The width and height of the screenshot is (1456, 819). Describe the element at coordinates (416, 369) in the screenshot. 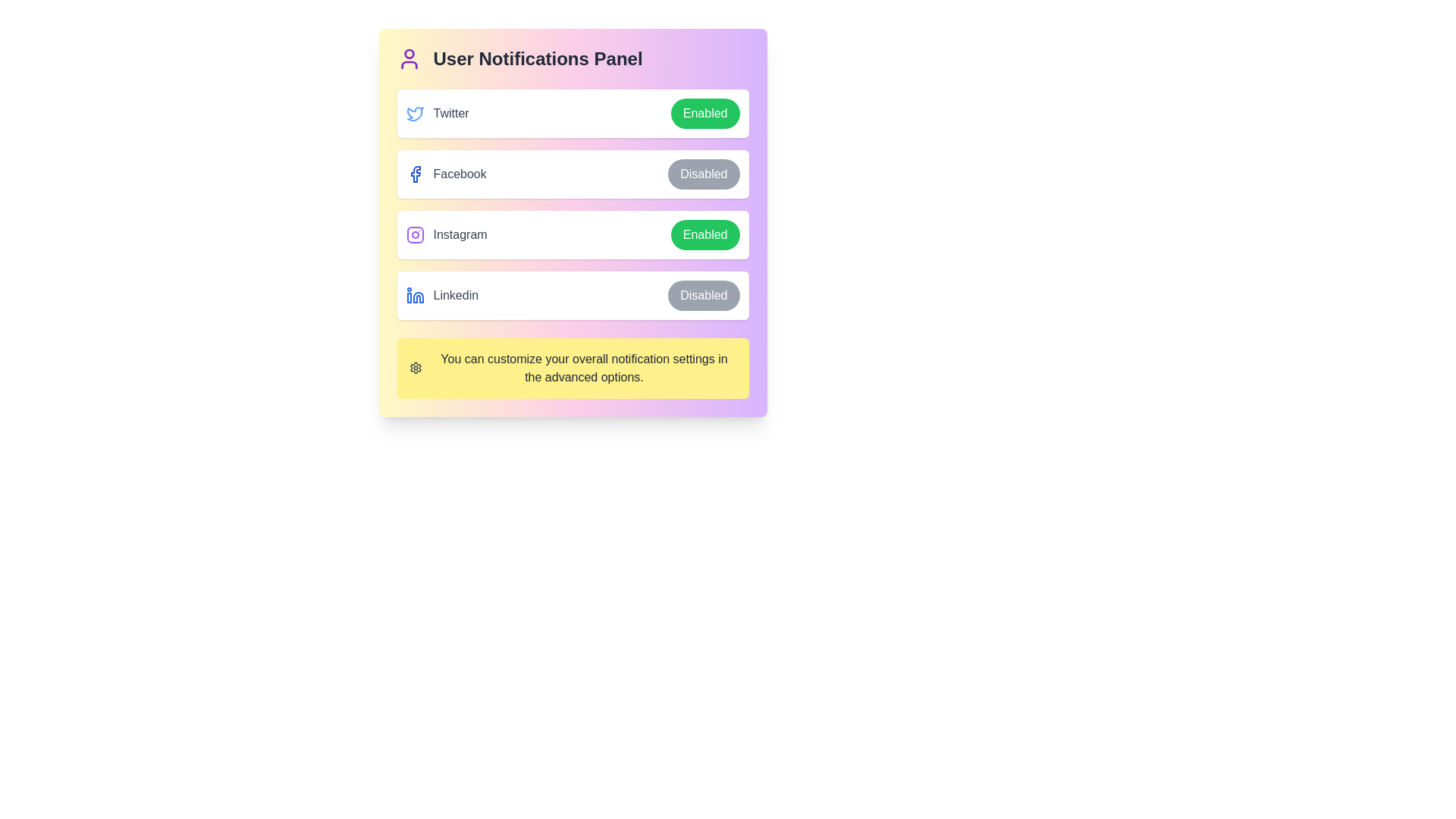

I see `the decorative gear-shaped icon located at the bottom center of the interface` at that location.